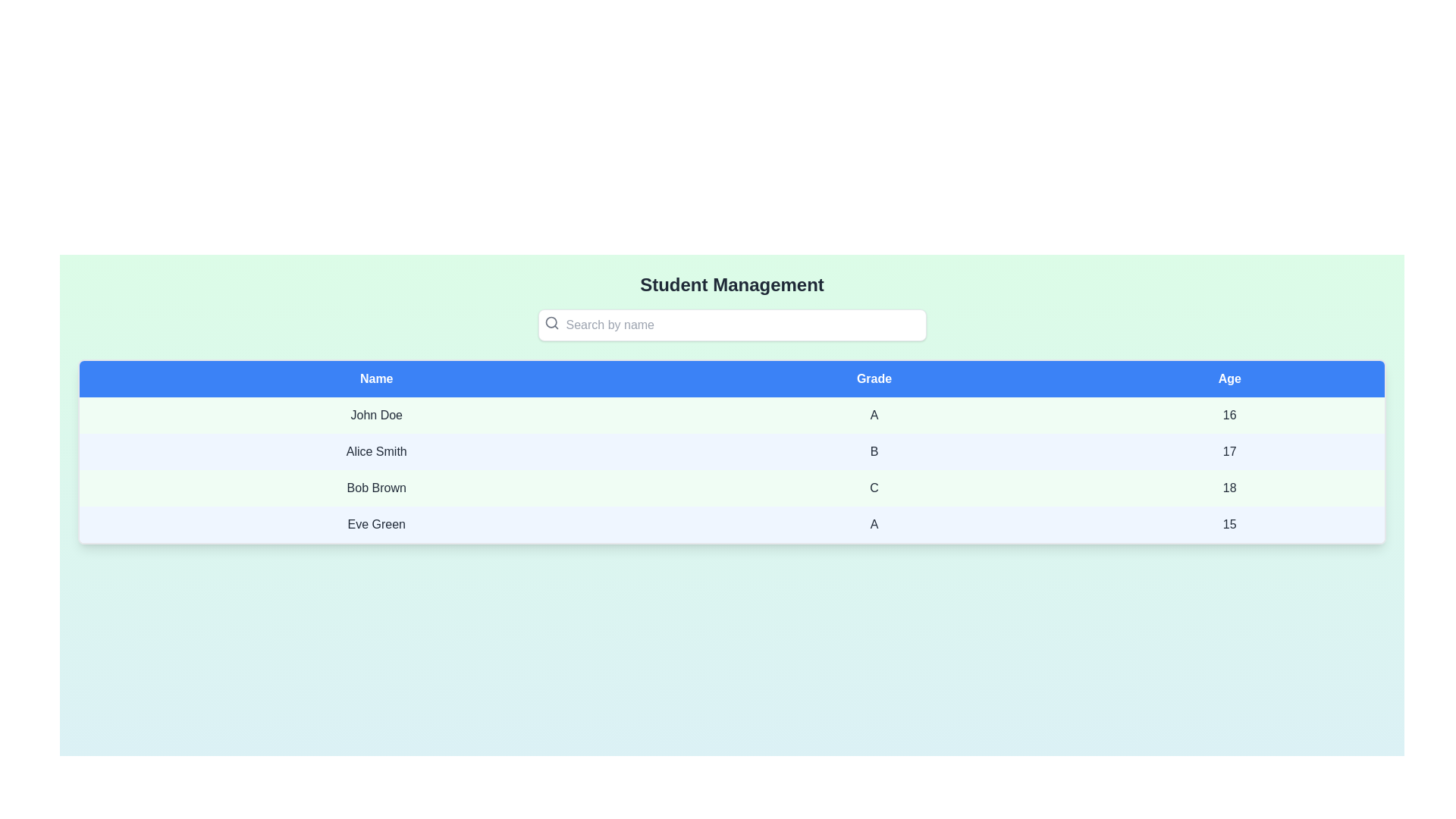 The width and height of the screenshot is (1456, 819). What do you see at coordinates (551, 322) in the screenshot?
I see `the search icon located at the leftmost side of the input field, near the placeholder text 'Search by name'` at bounding box center [551, 322].